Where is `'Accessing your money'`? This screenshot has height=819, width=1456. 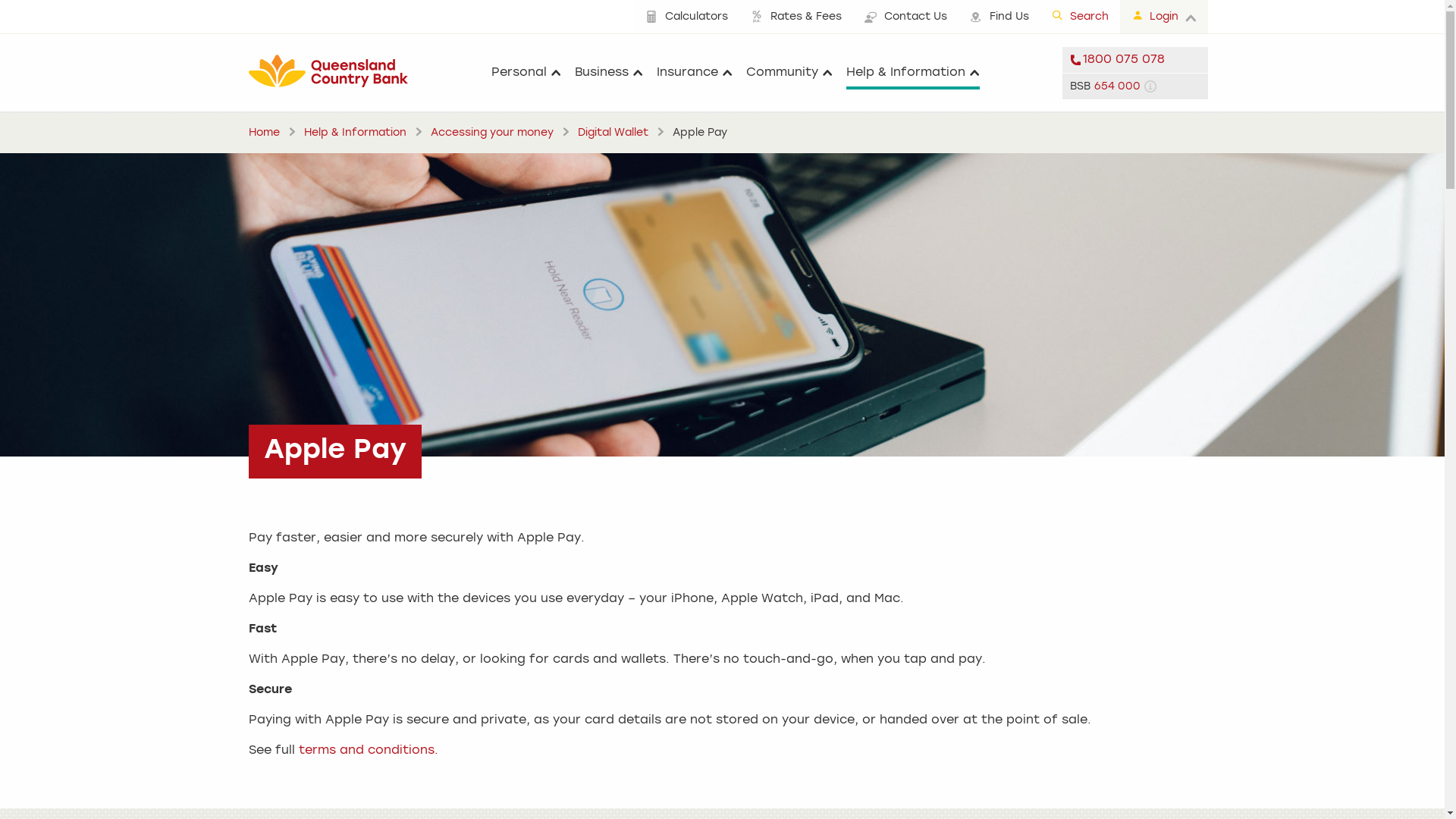
'Accessing your money' is located at coordinates (491, 131).